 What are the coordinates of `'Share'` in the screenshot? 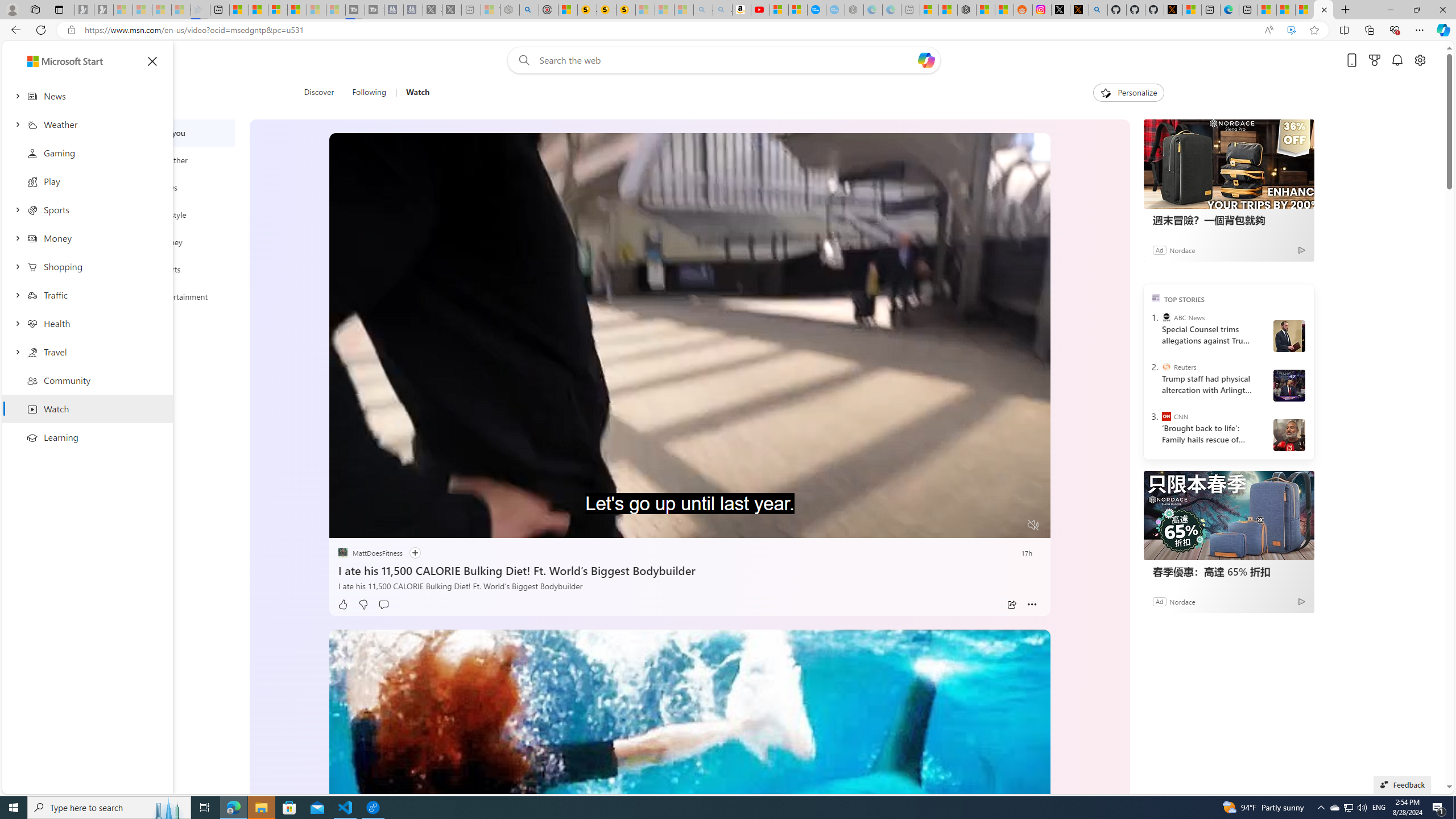 It's located at (1011, 604).